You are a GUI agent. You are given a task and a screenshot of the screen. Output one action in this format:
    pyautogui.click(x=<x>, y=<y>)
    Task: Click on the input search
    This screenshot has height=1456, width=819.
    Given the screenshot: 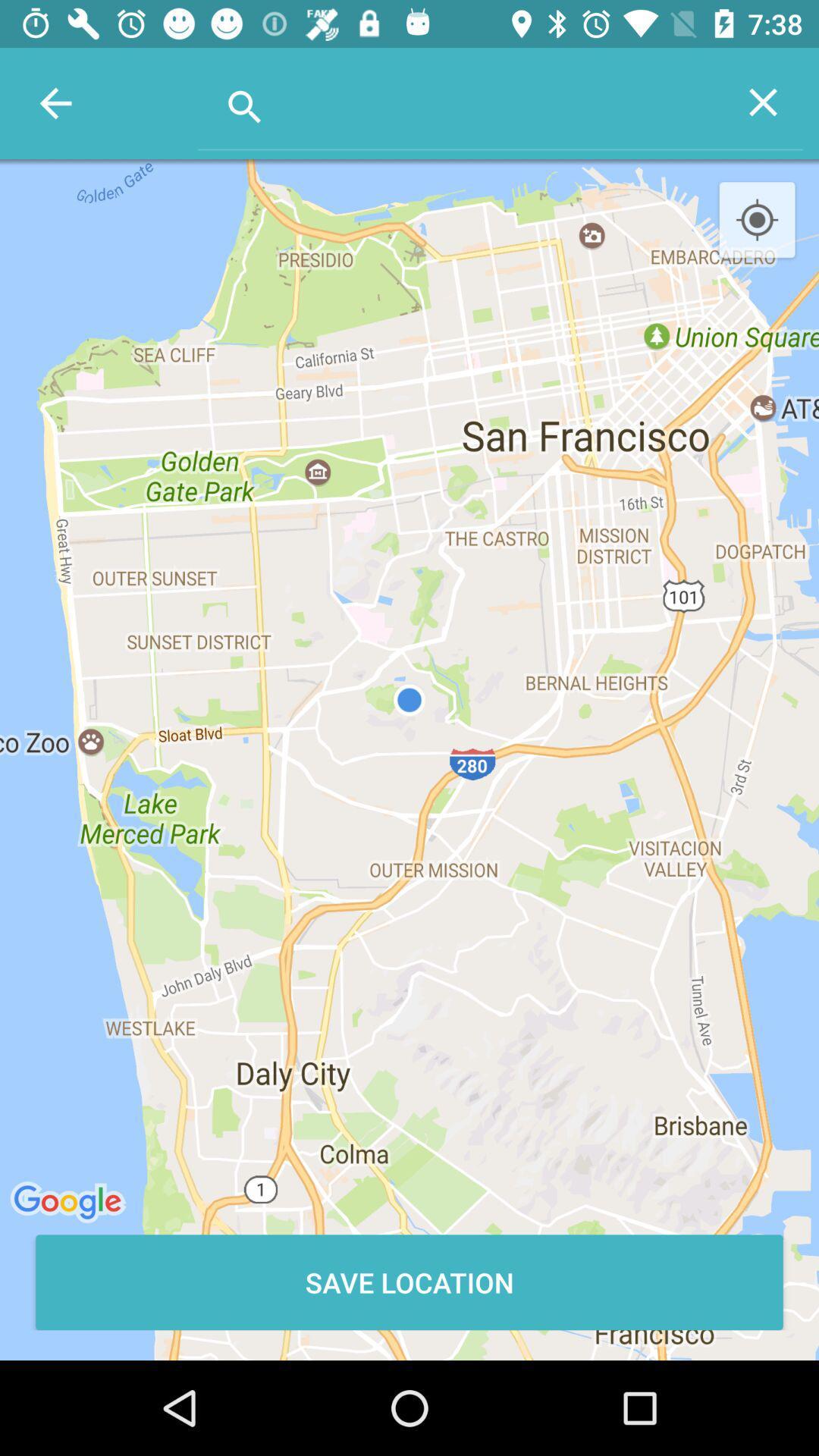 What is the action you would take?
    pyautogui.click(x=460, y=101)
    